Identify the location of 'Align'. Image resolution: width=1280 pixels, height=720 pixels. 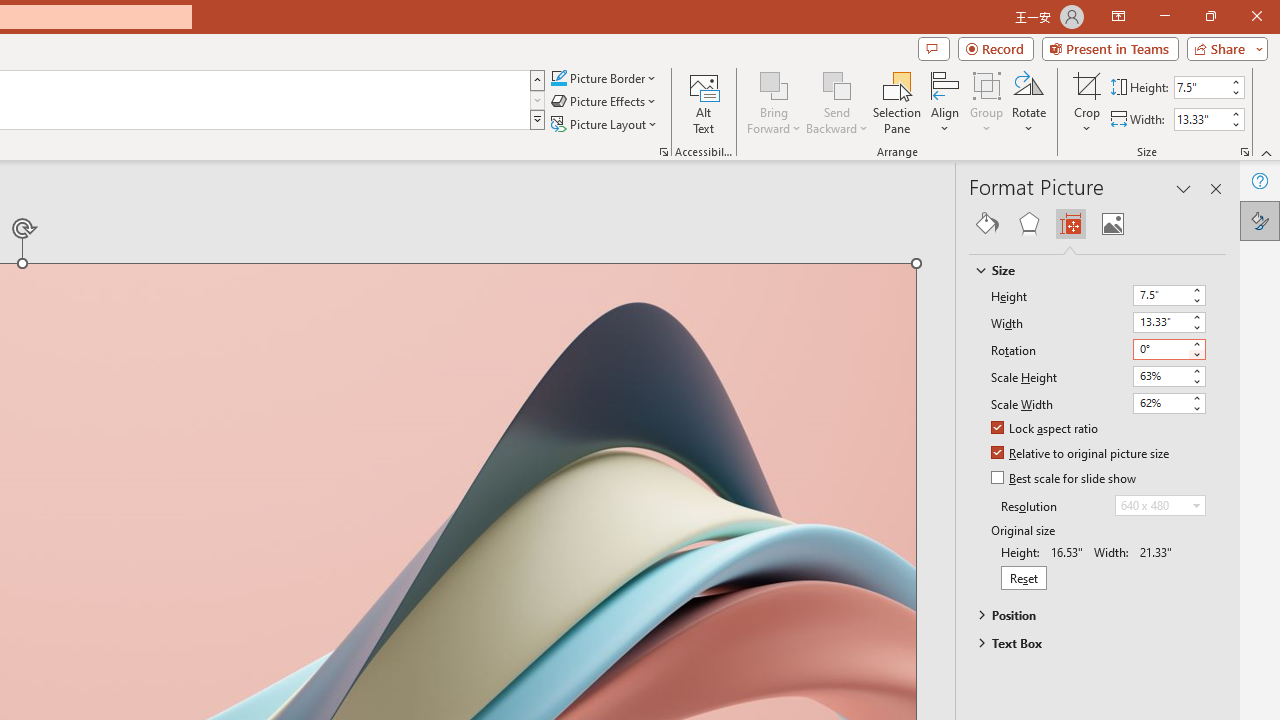
(944, 103).